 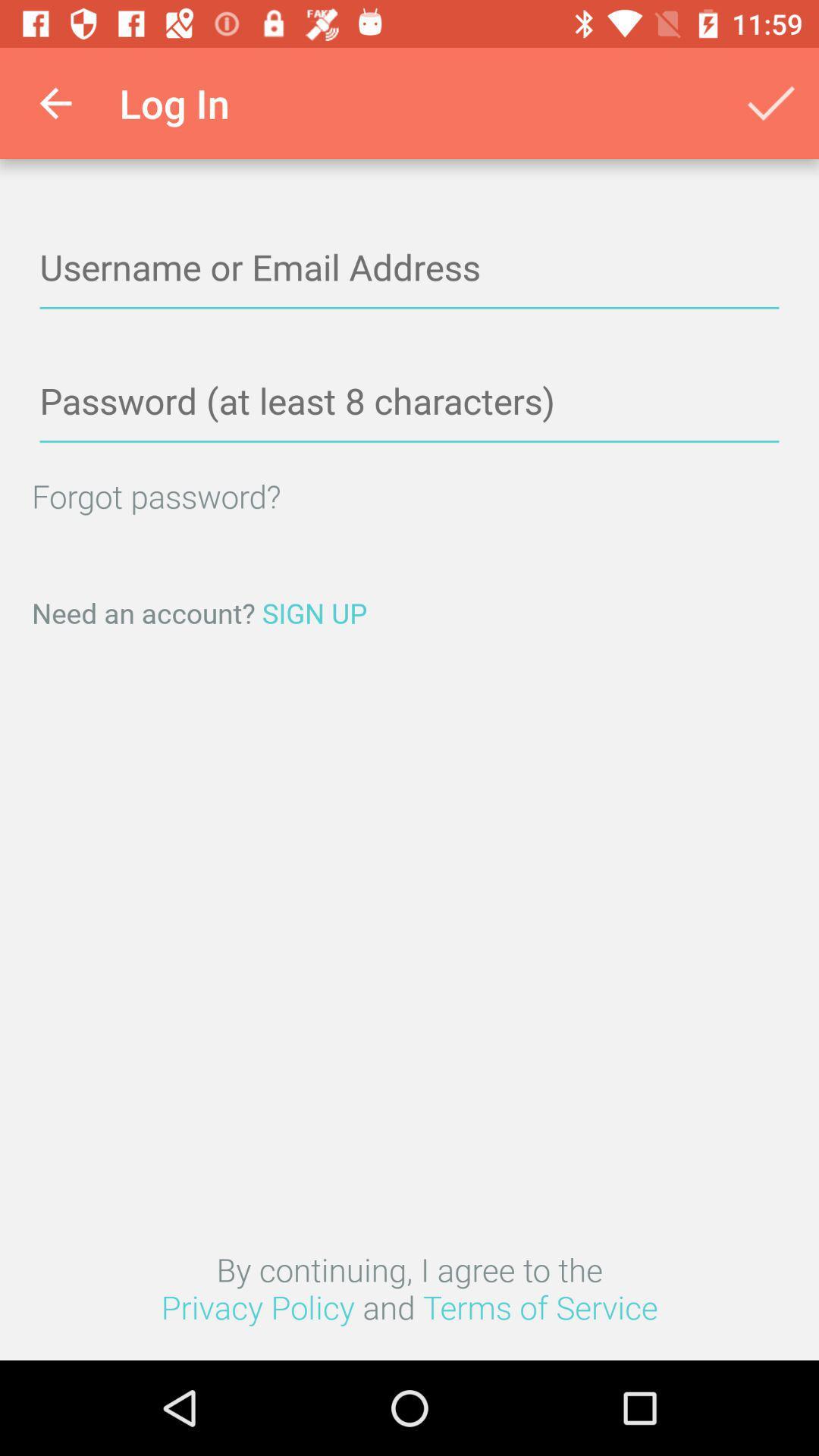 I want to click on username dialogue box, so click(x=409, y=268).